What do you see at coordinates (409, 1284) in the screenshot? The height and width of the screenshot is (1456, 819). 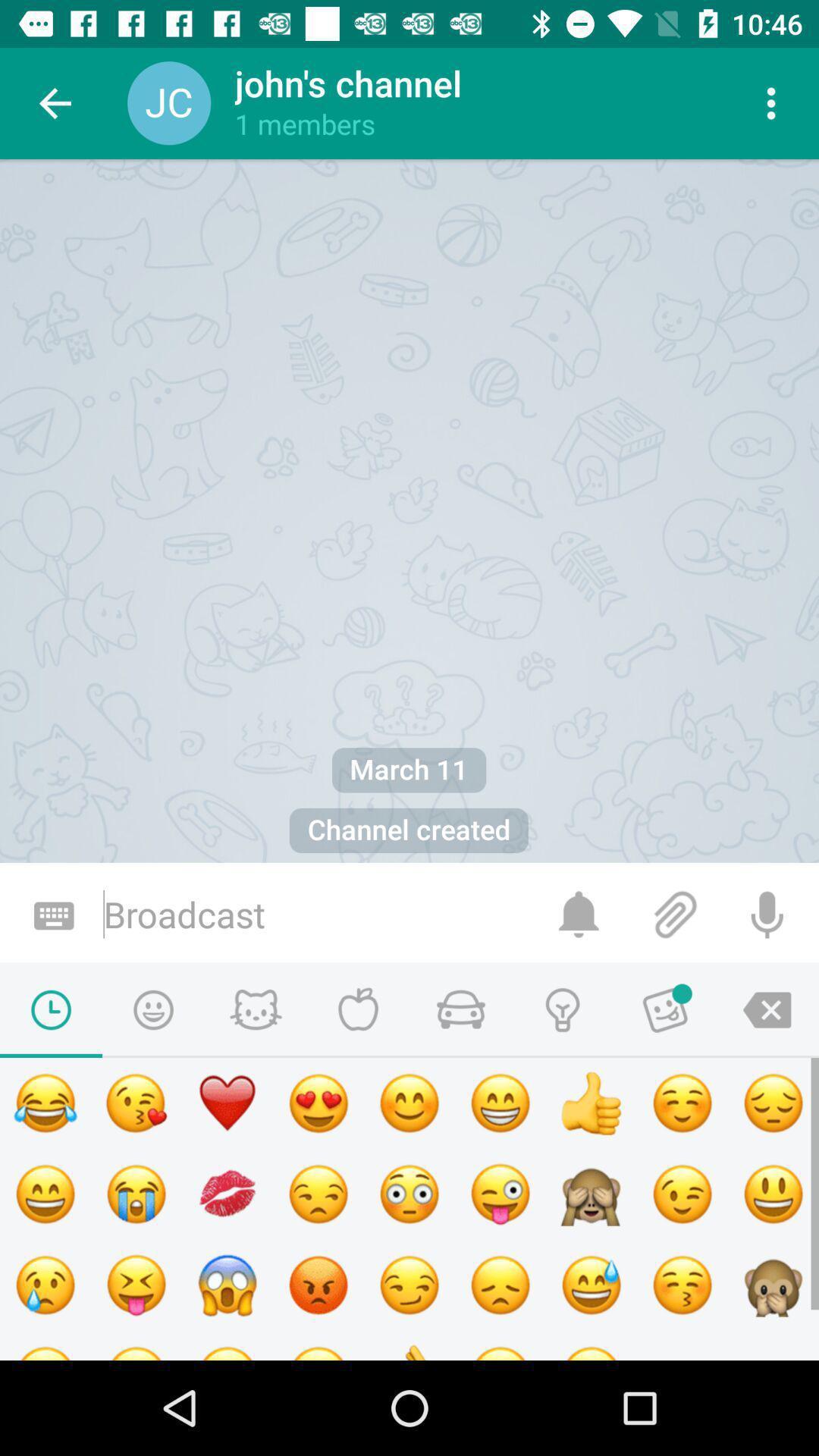 I see `the emoji icon` at bounding box center [409, 1284].